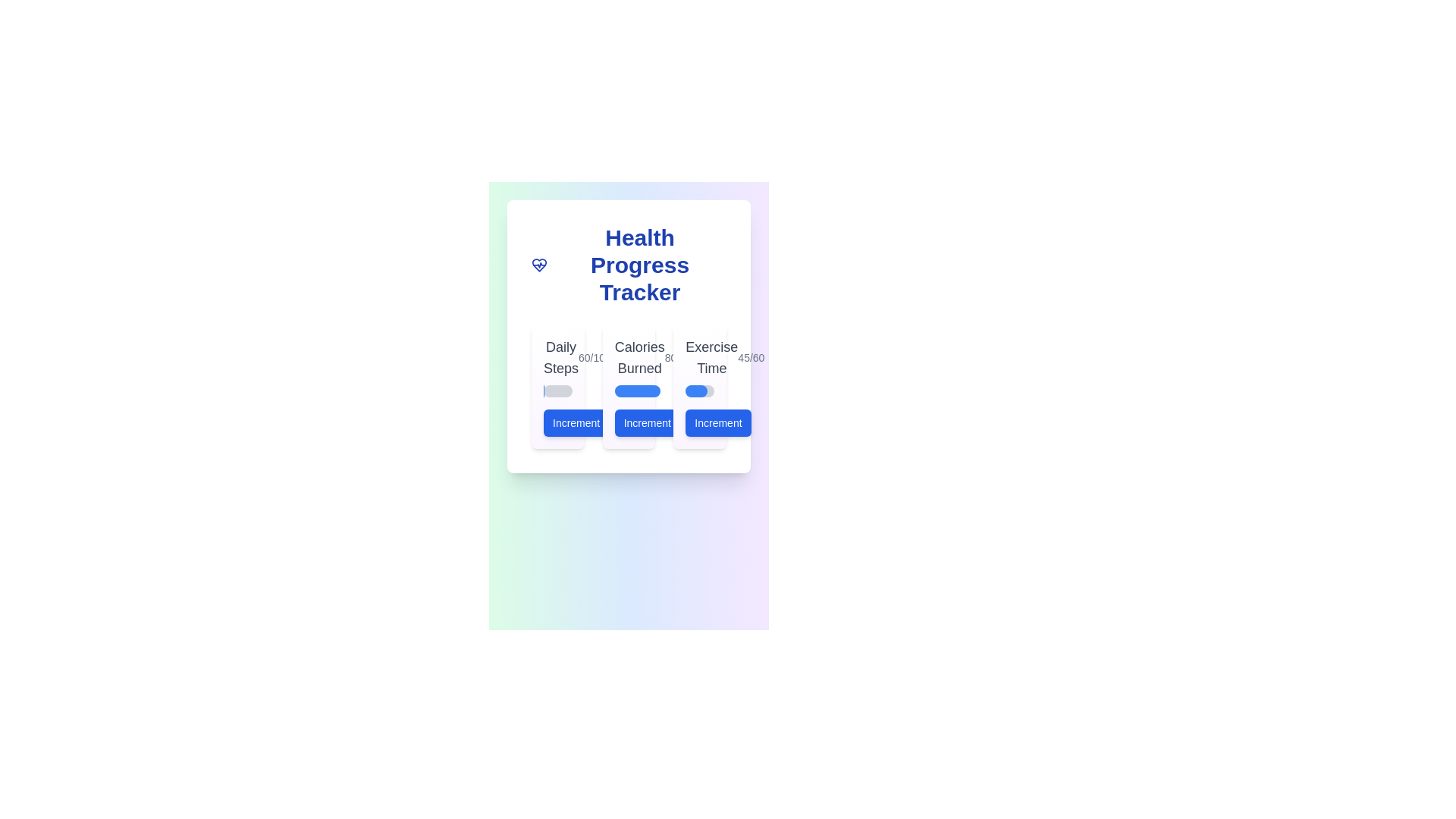  I want to click on the heart-with-pulse icon located in the Health Progress Tracker card by clicking on the surrounding area, so click(539, 265).